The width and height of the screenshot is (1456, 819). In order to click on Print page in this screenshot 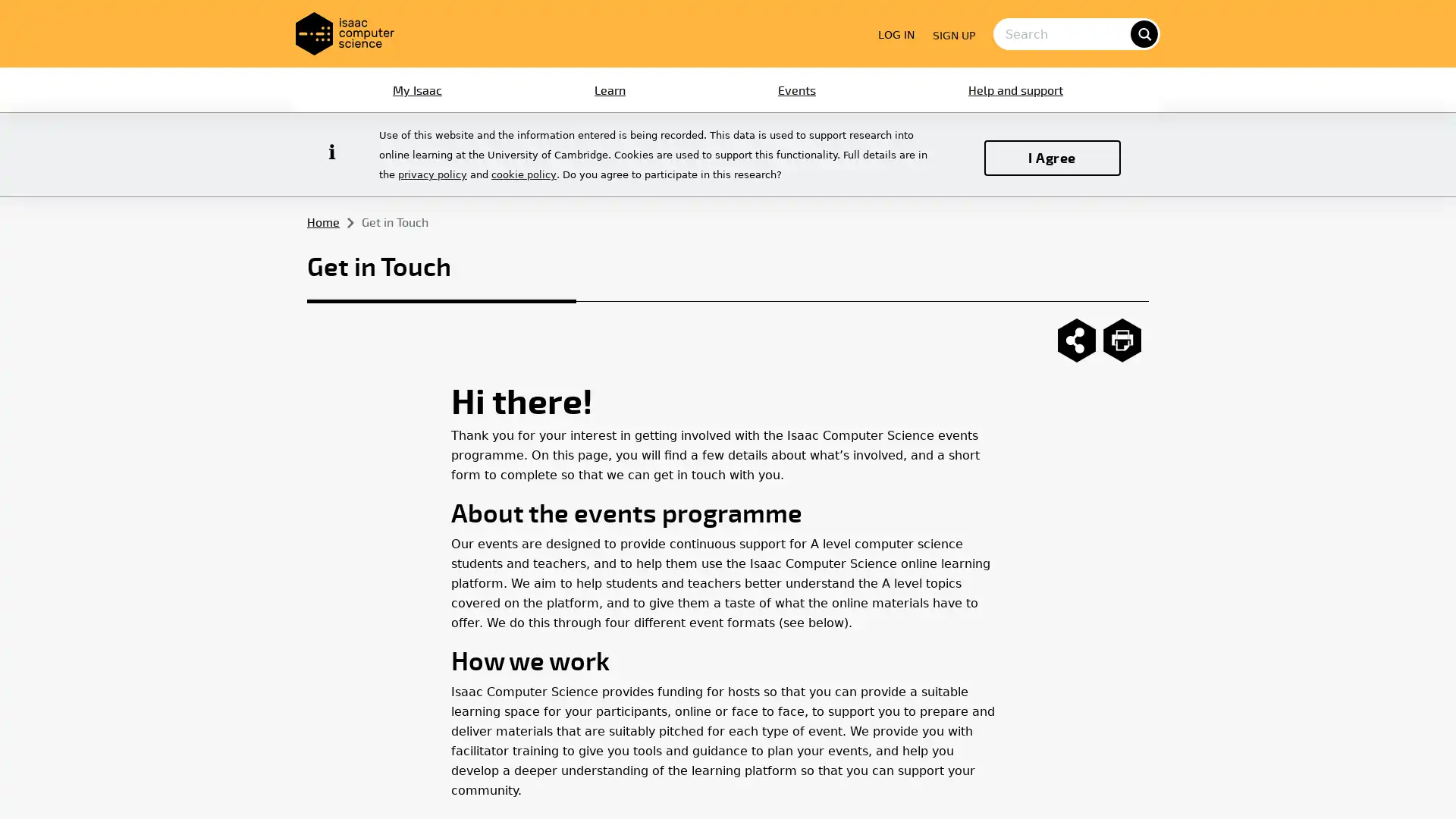, I will do `click(1122, 338)`.